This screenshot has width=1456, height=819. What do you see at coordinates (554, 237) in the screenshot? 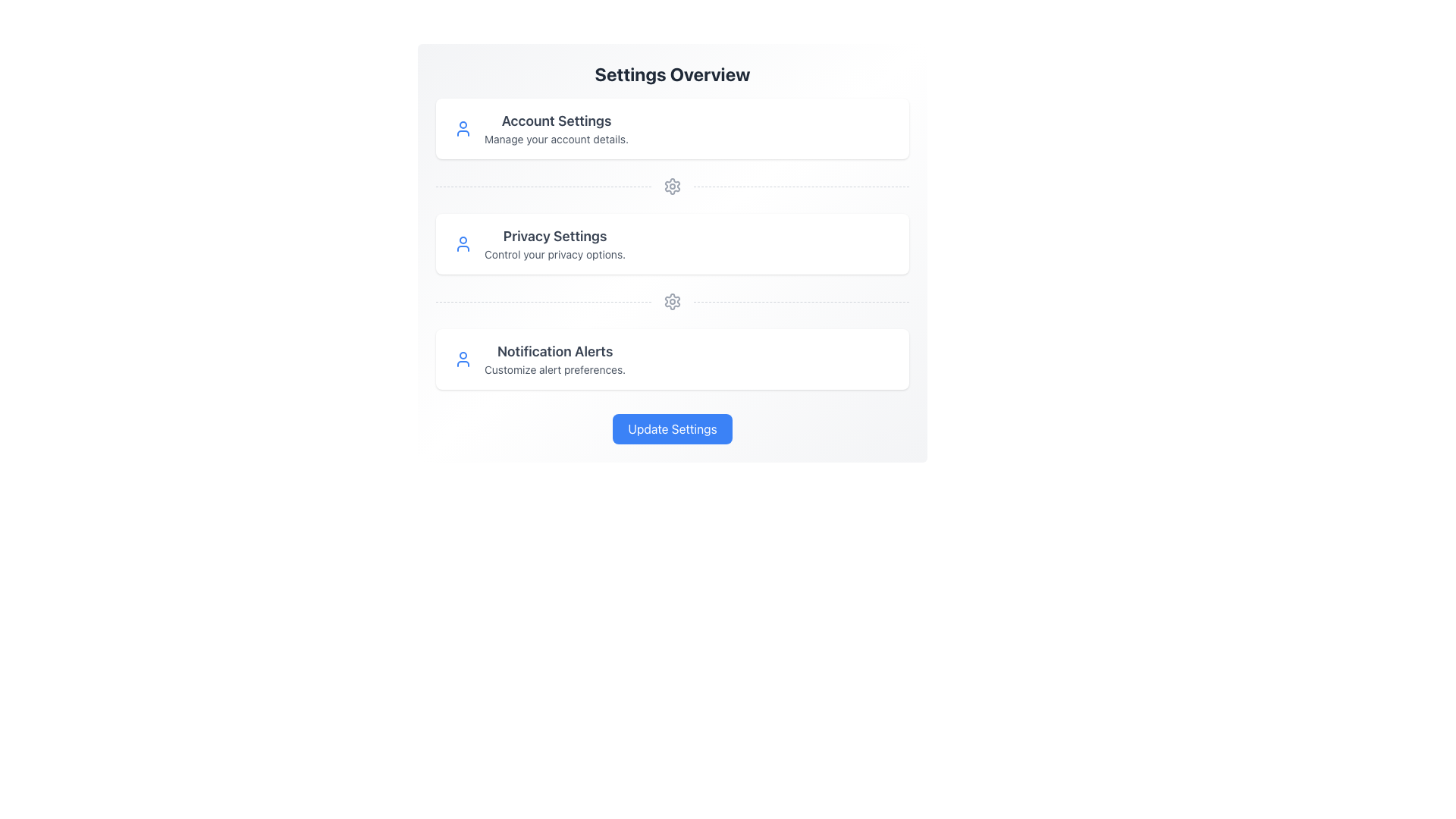
I see `the 'Privacy Settings' text element, which is styled in bold dark gray on a white background and positioned under 'Account Settings' in the 'Settings Overview' section` at bounding box center [554, 237].